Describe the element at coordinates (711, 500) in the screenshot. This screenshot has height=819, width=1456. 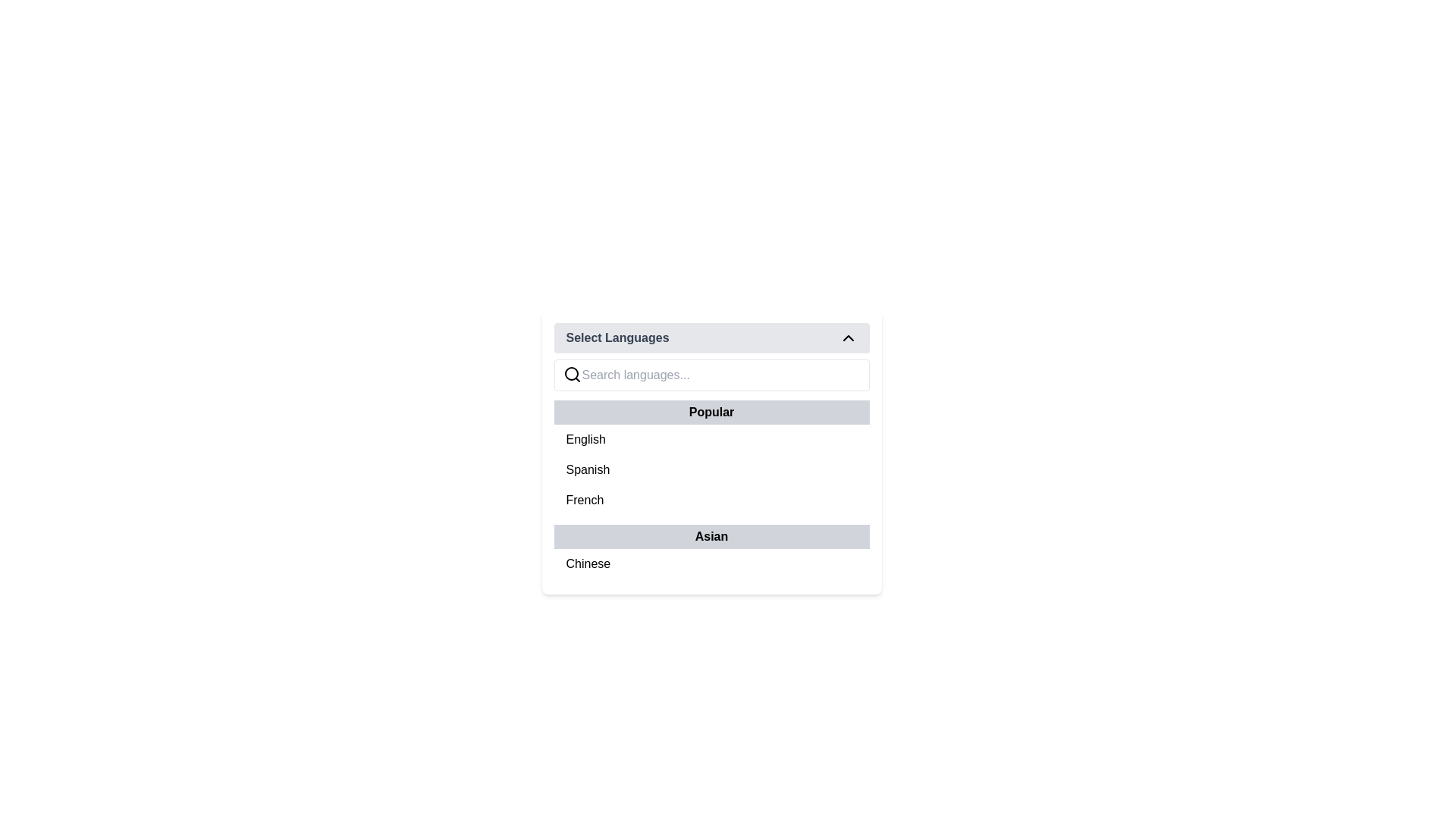
I see `the 'French' language option in the 'Select Languages' dropdown menu, which is the third item under the 'Popular' section` at that location.